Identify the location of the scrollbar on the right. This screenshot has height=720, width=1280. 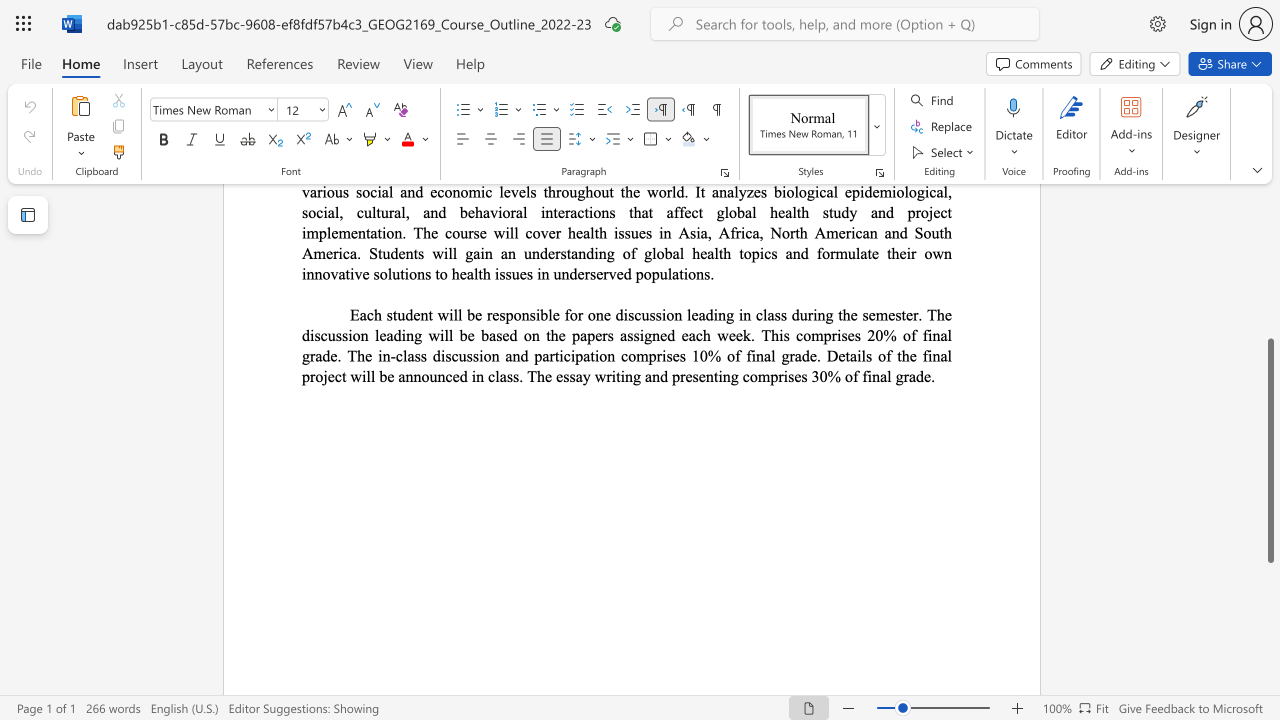
(1269, 248).